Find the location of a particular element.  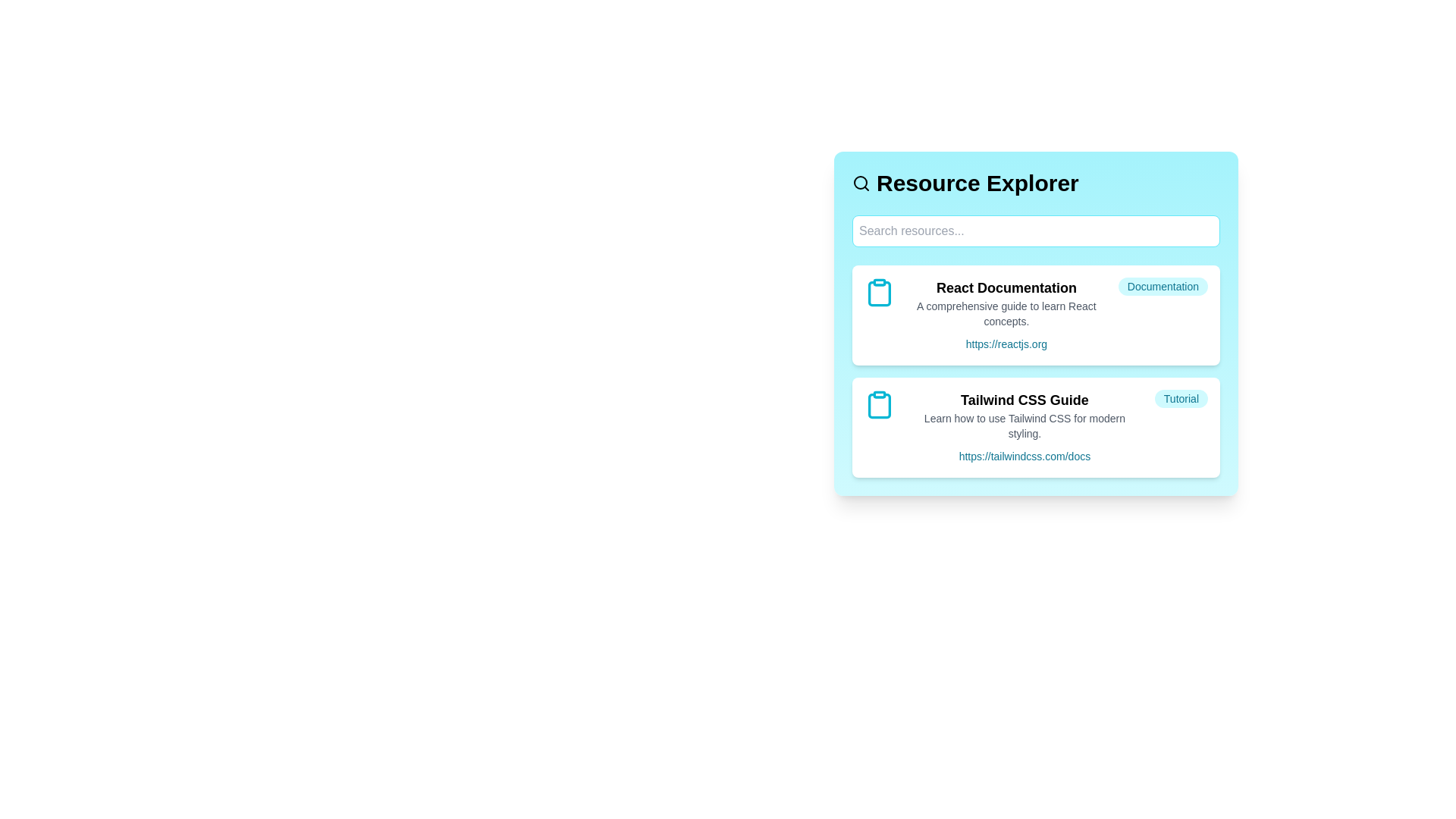

the resource card for React Documentation is located at coordinates (1035, 315).